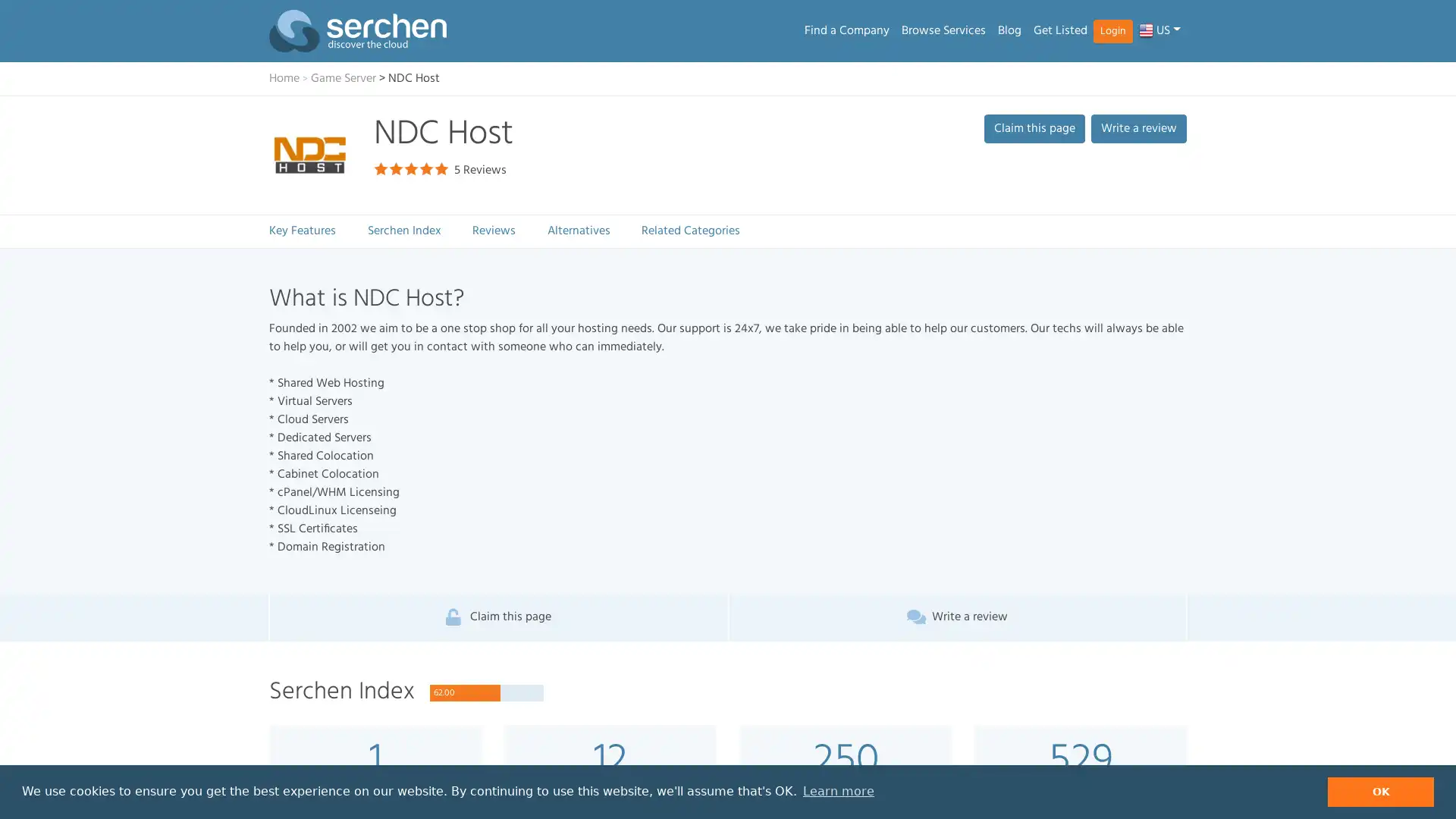  What do you see at coordinates (1380, 791) in the screenshot?
I see `dismiss cookie message` at bounding box center [1380, 791].